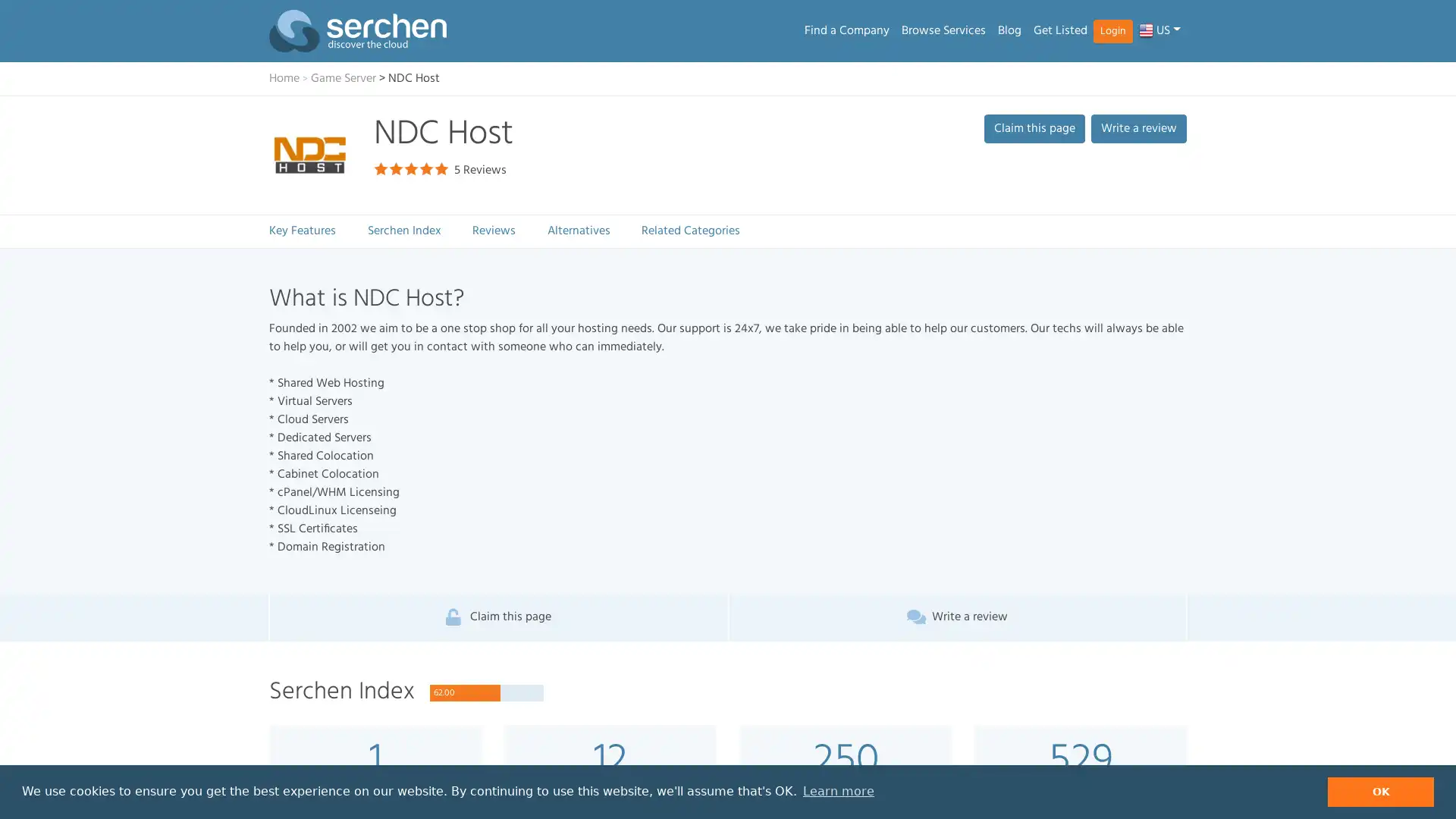  What do you see at coordinates (1380, 791) in the screenshot?
I see `dismiss cookie message` at bounding box center [1380, 791].